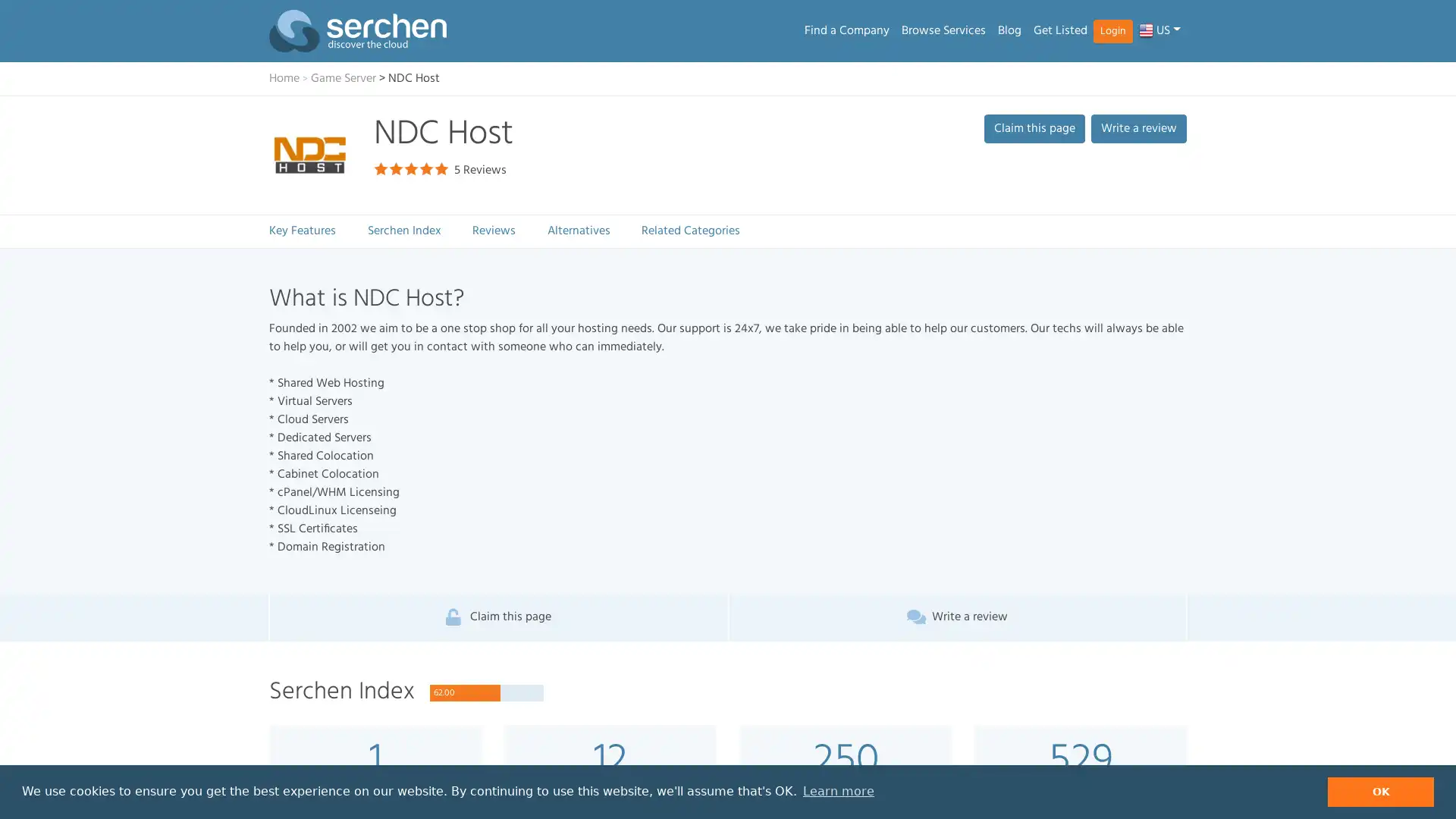  What do you see at coordinates (1380, 791) in the screenshot?
I see `dismiss cookie message` at bounding box center [1380, 791].